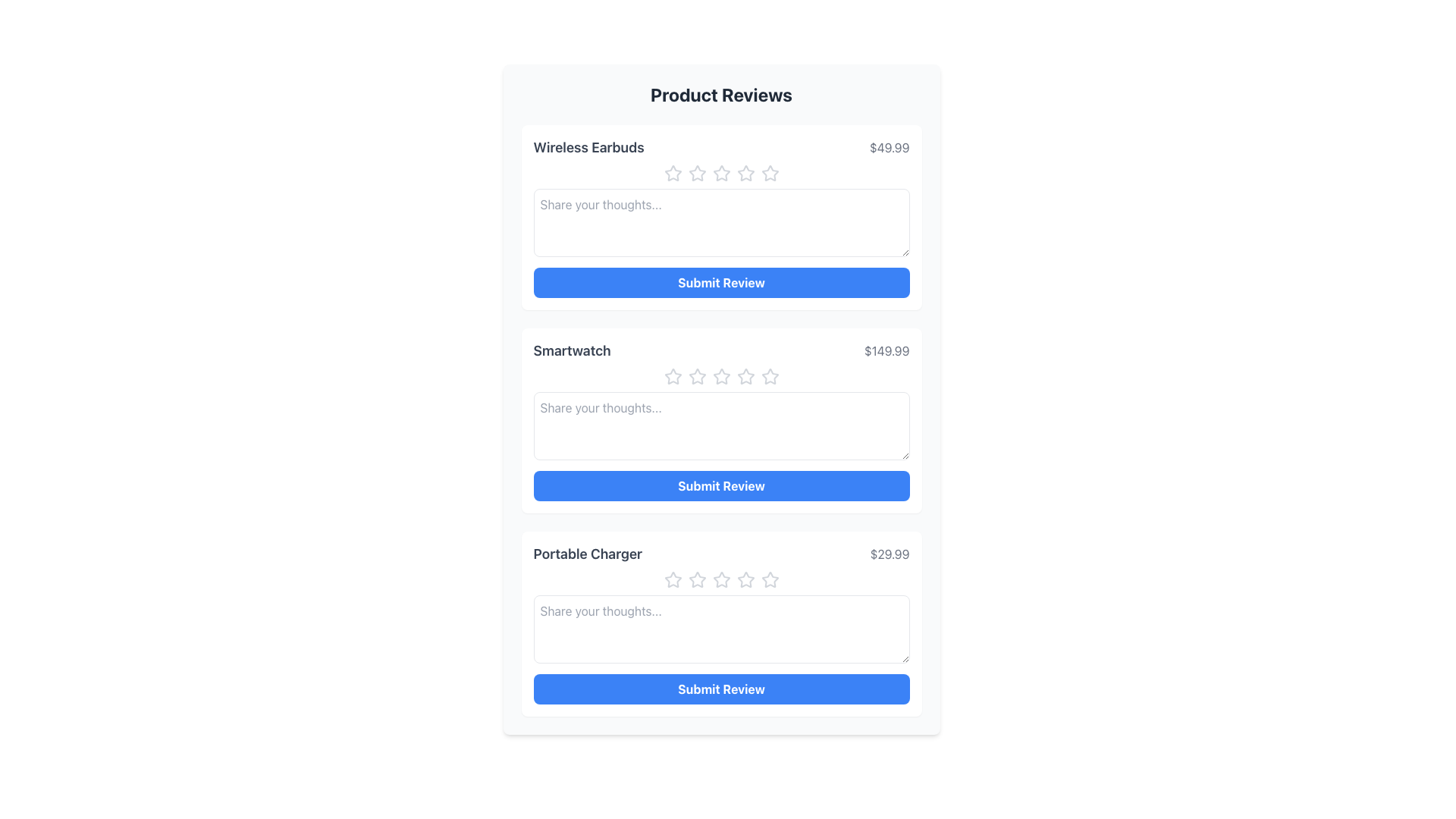 The image size is (1456, 819). What do you see at coordinates (720, 376) in the screenshot?
I see `the third star icon in the rating section for the 'Smartwatch' product, which is visually identical to the other star icons and styled with a grayish color` at bounding box center [720, 376].